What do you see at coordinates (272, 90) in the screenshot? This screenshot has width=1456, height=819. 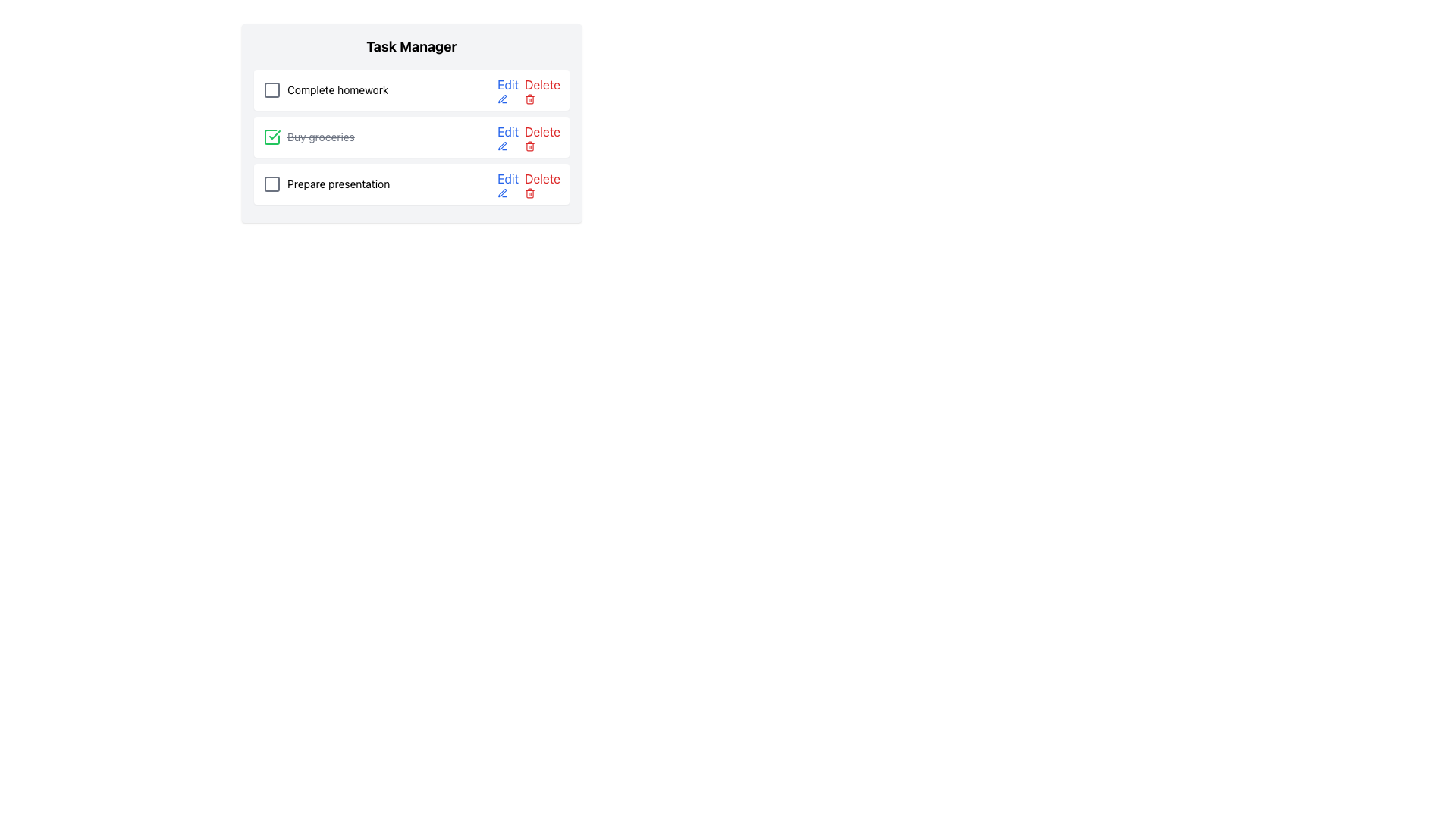 I see `the SVG icon with rounded corners, styled with a gray stroke` at bounding box center [272, 90].